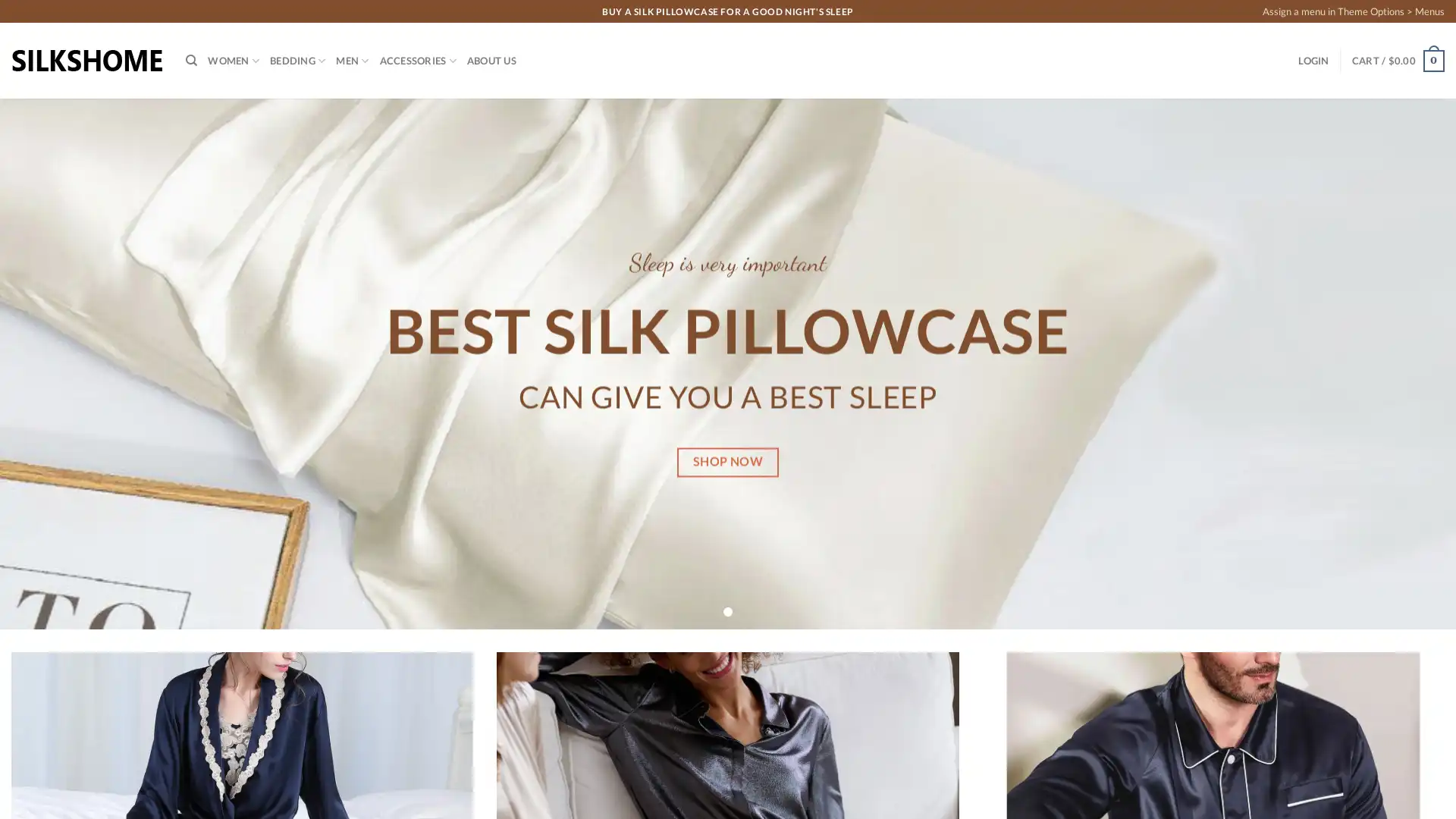 This screenshot has height=819, width=1456. Describe the element at coordinates (47, 363) in the screenshot. I see `Previous` at that location.